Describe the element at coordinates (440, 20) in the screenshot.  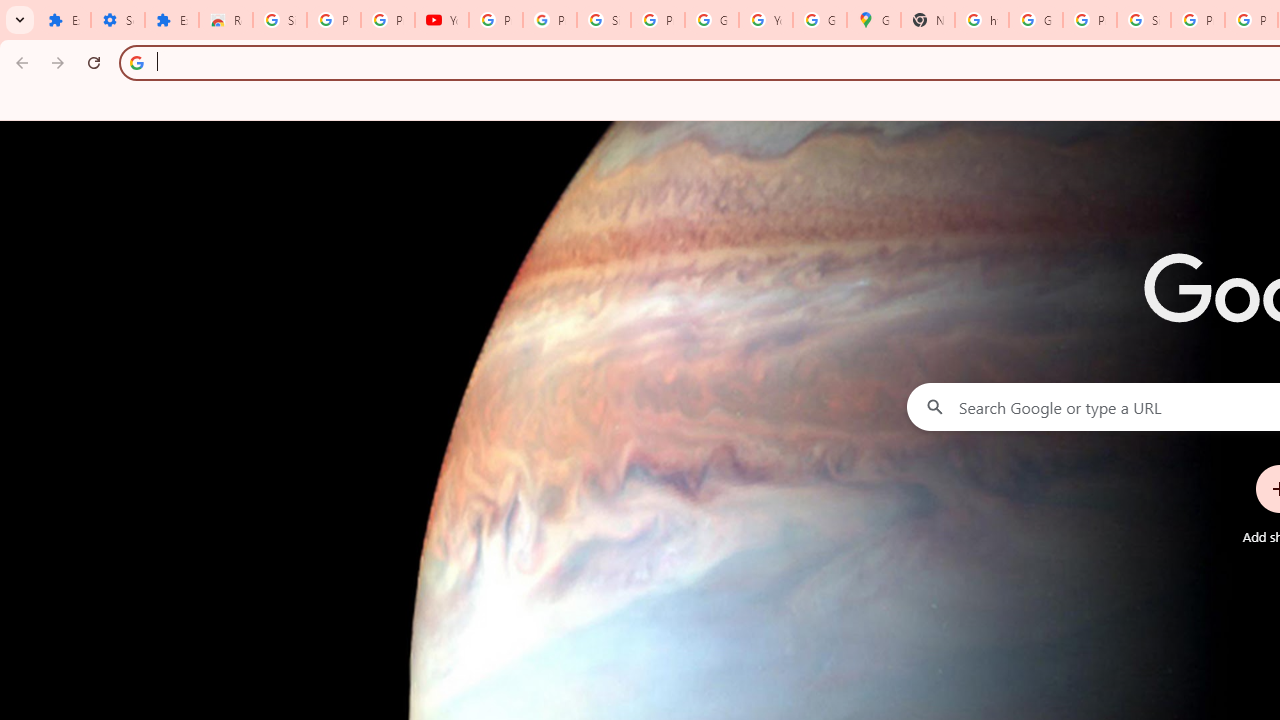
I see `'YouTube'` at that location.